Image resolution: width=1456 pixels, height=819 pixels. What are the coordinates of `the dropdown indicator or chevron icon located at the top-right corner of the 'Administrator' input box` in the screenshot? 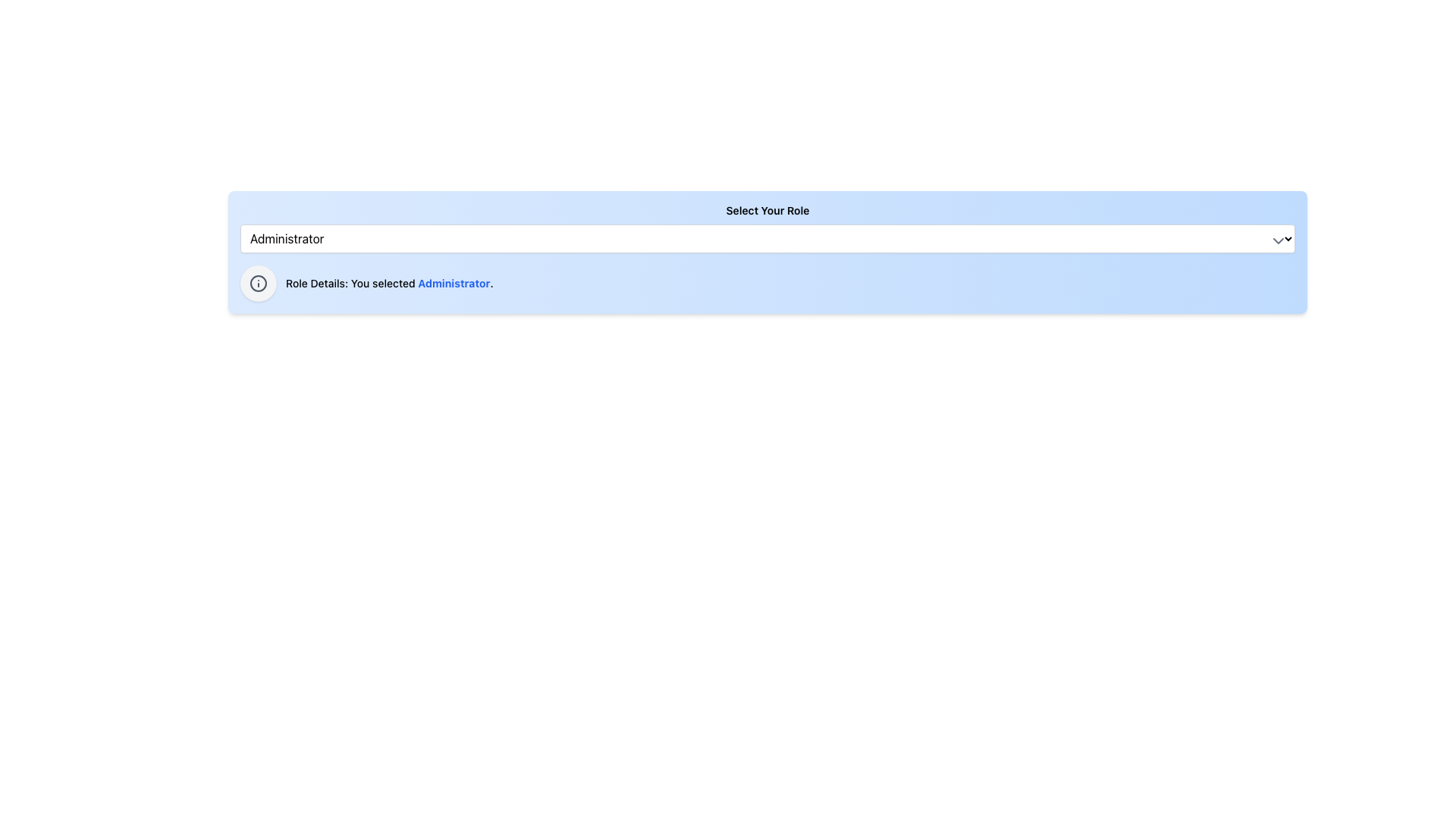 It's located at (1277, 240).